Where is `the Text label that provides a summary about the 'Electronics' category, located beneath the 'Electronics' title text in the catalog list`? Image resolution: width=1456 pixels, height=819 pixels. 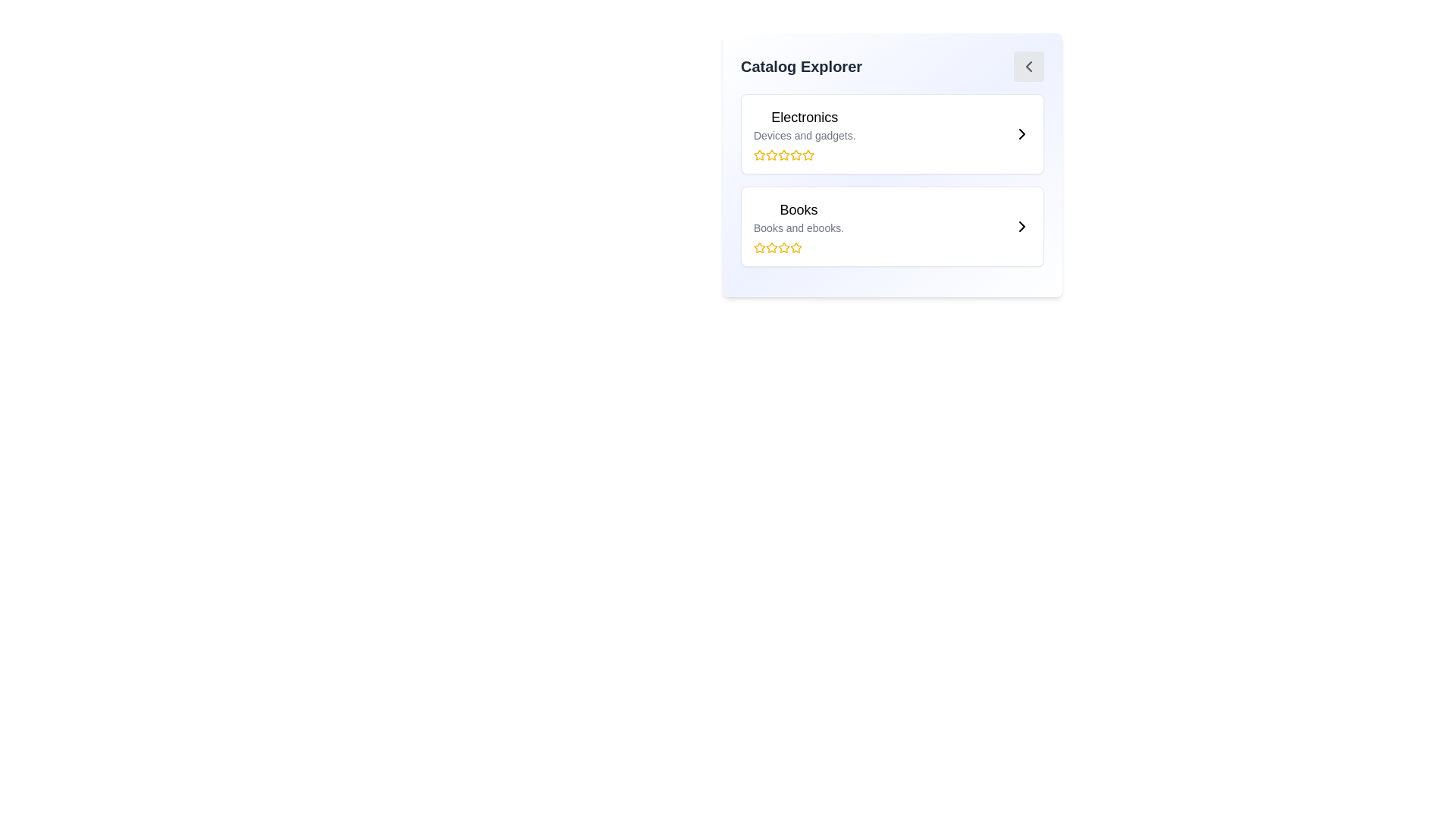 the Text label that provides a summary about the 'Electronics' category, located beneath the 'Electronics' title text in the catalog list is located at coordinates (804, 134).